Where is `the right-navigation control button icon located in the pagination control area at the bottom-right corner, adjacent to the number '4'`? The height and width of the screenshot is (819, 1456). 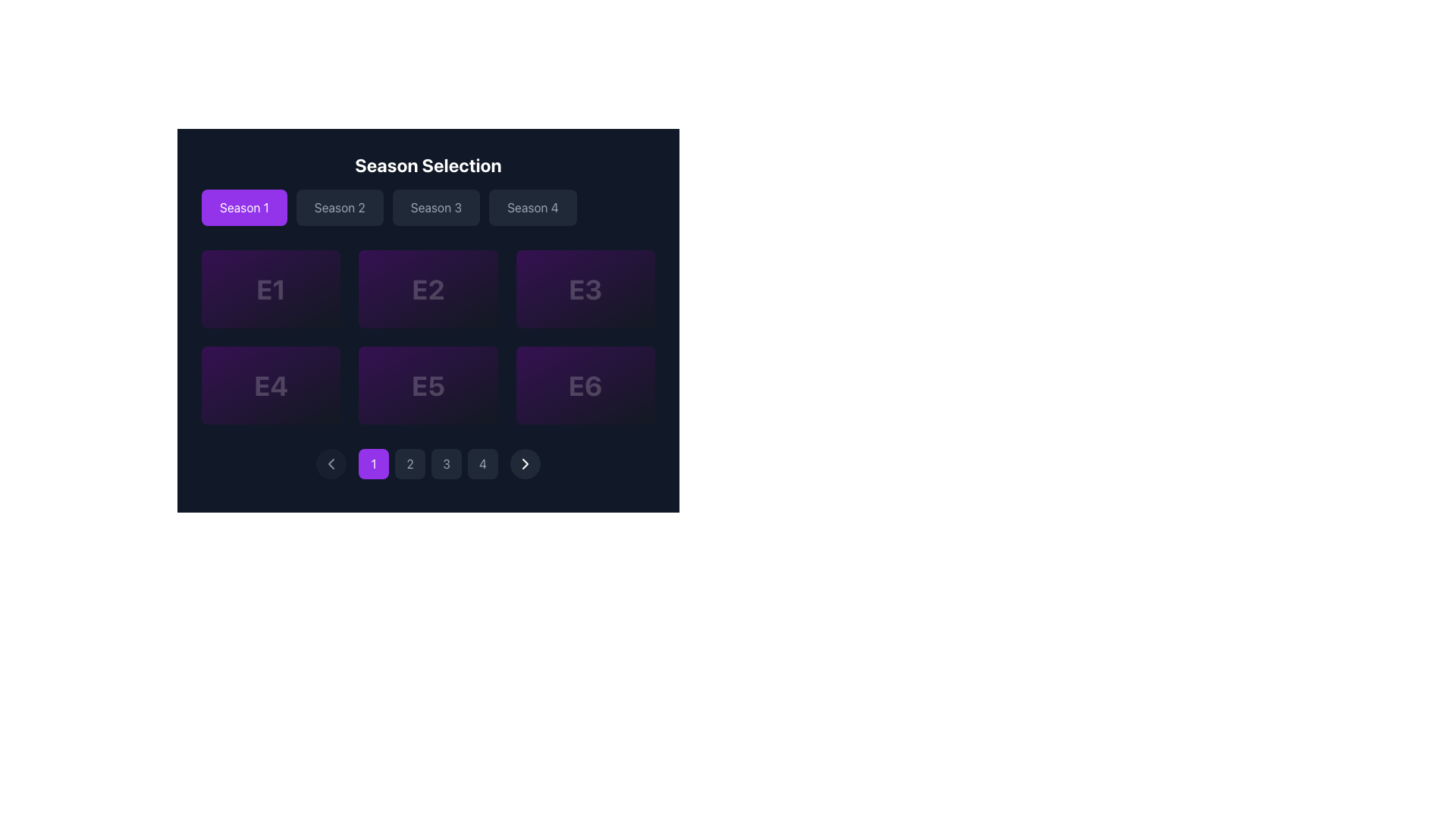 the right-navigation control button icon located in the pagination control area at the bottom-right corner, adjacent to the number '4' is located at coordinates (525, 463).